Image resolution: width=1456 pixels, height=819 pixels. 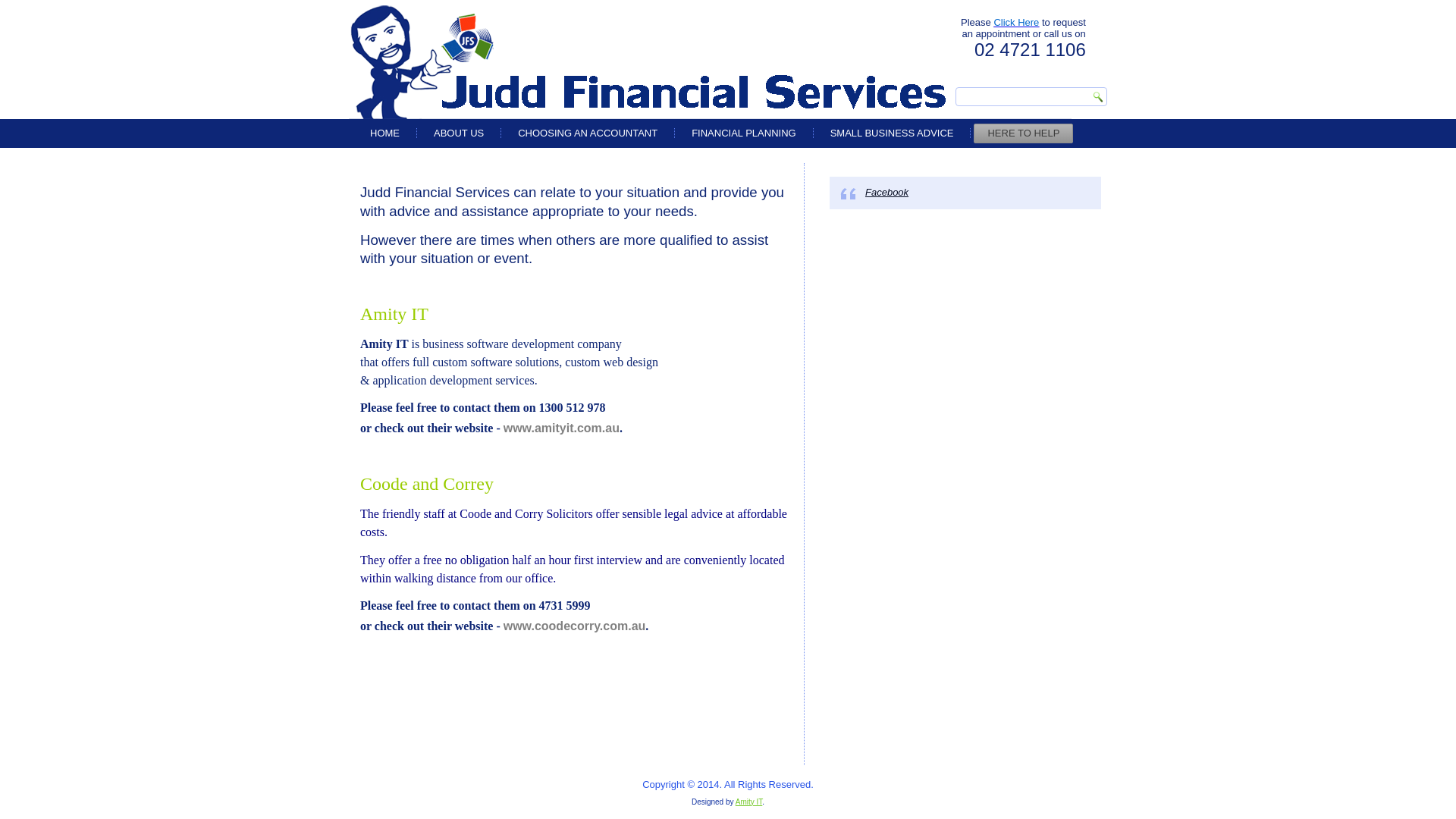 I want to click on 'SMALL BUSINESS ADVICE', so click(x=815, y=133).